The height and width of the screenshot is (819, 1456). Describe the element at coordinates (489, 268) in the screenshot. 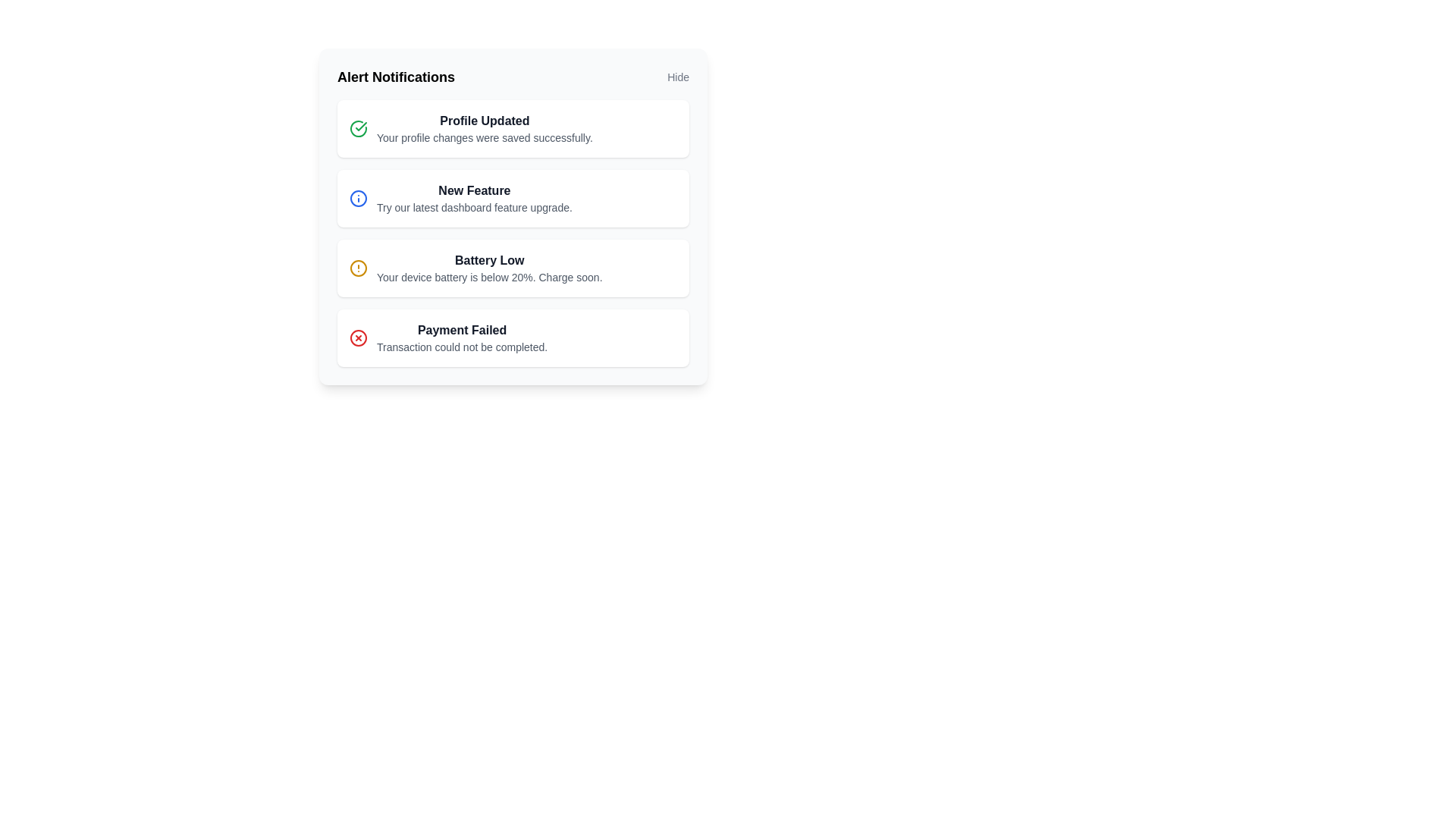

I see `the Informational Text Block that notifies the user about the device battery being below 20%` at that location.